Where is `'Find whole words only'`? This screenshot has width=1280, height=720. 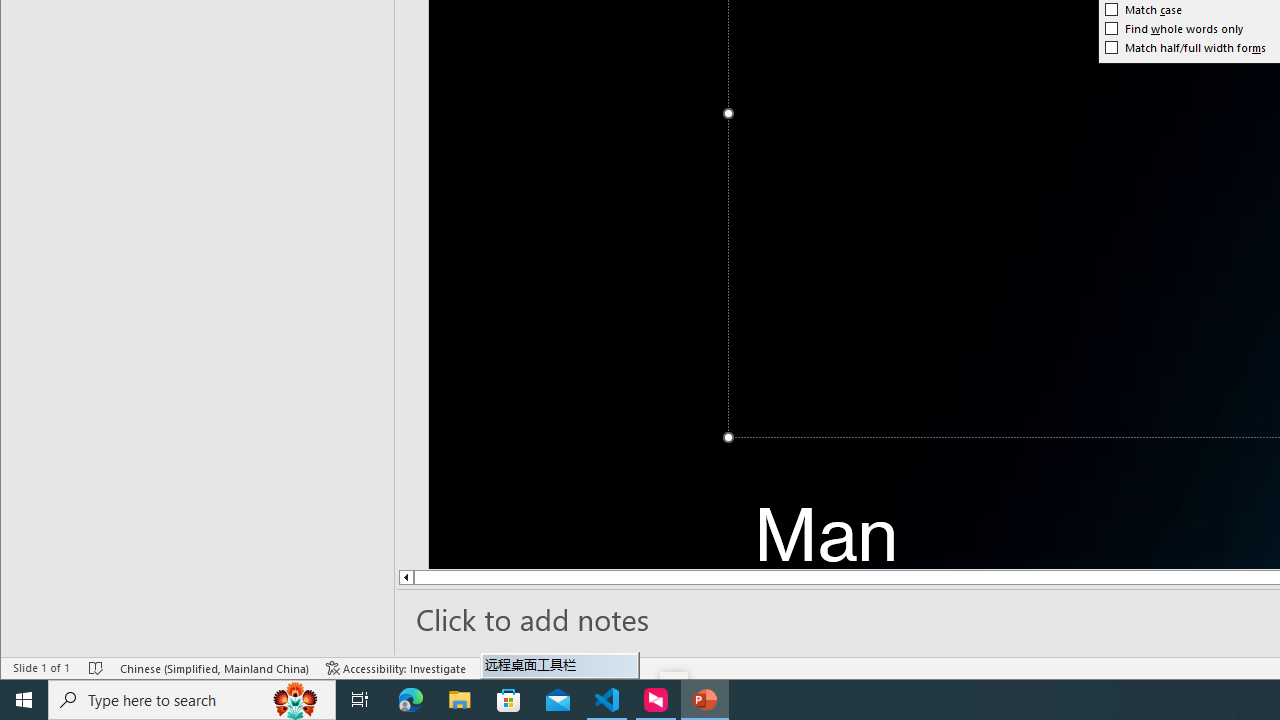
'Find whole words only' is located at coordinates (1175, 28).